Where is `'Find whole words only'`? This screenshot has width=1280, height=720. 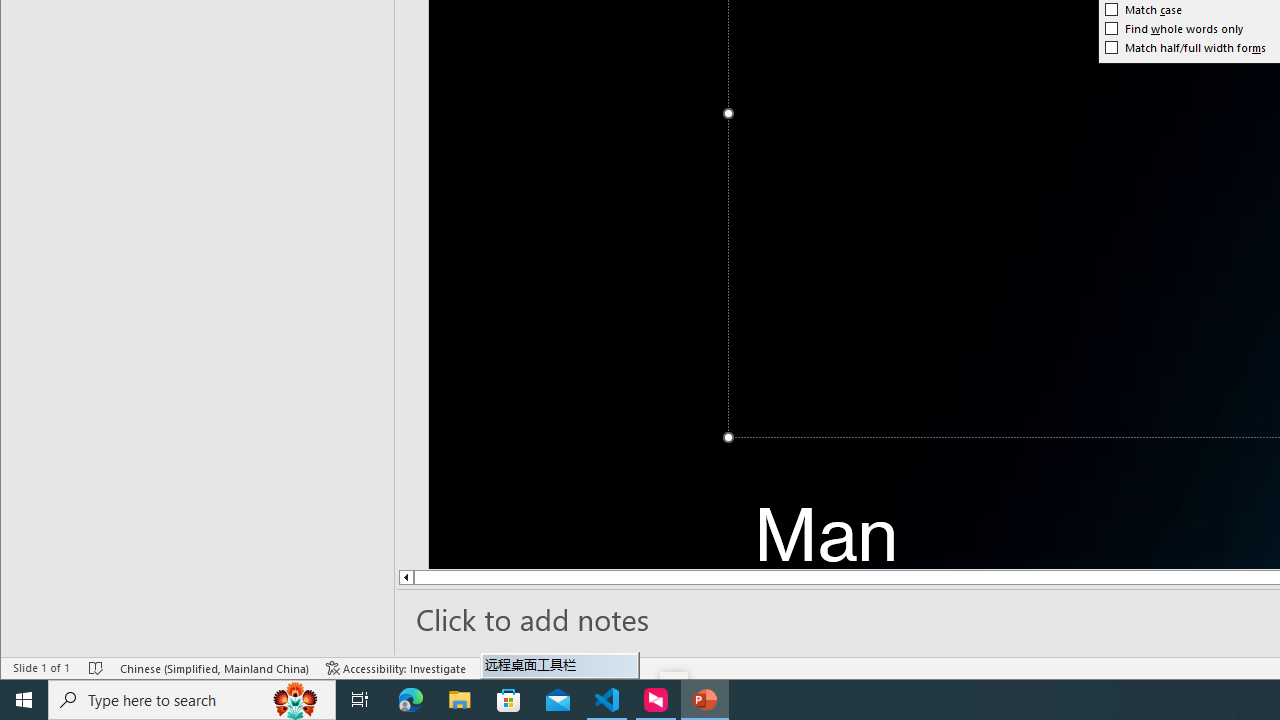
'Find whole words only' is located at coordinates (1175, 28).